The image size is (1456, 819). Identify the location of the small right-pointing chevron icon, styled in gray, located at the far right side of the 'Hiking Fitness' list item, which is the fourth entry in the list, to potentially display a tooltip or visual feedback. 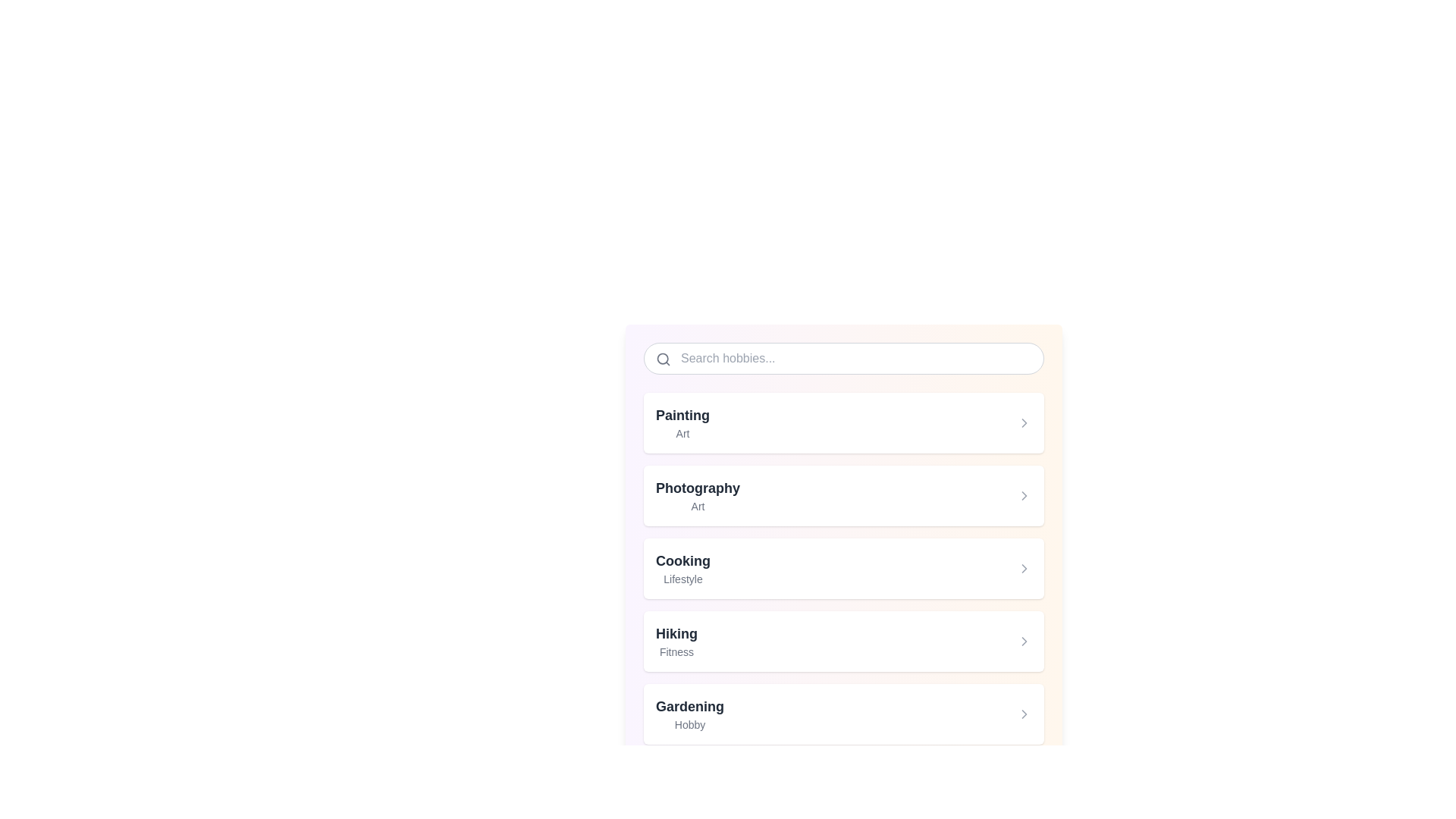
(1024, 641).